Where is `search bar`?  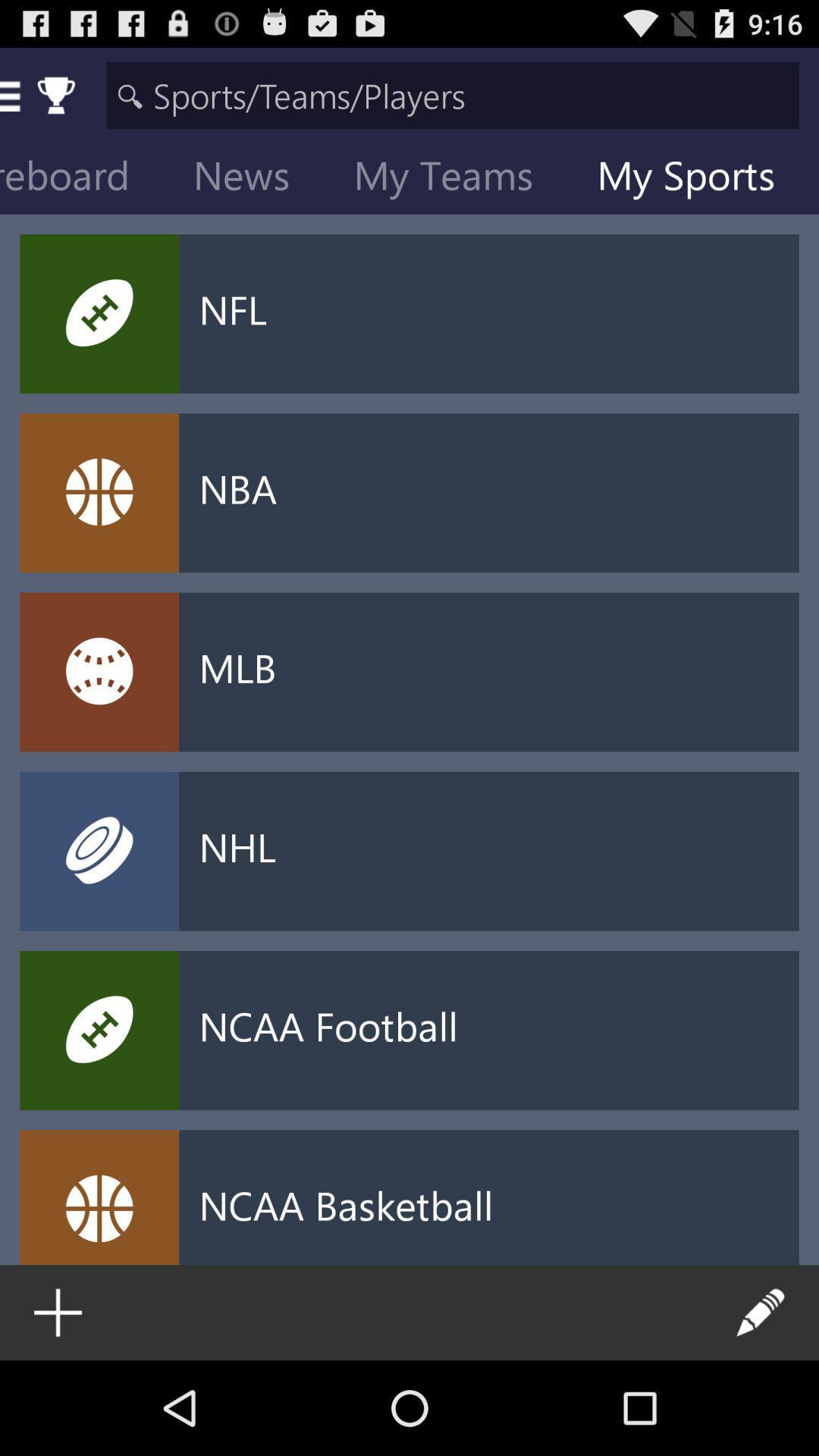
search bar is located at coordinates (452, 94).